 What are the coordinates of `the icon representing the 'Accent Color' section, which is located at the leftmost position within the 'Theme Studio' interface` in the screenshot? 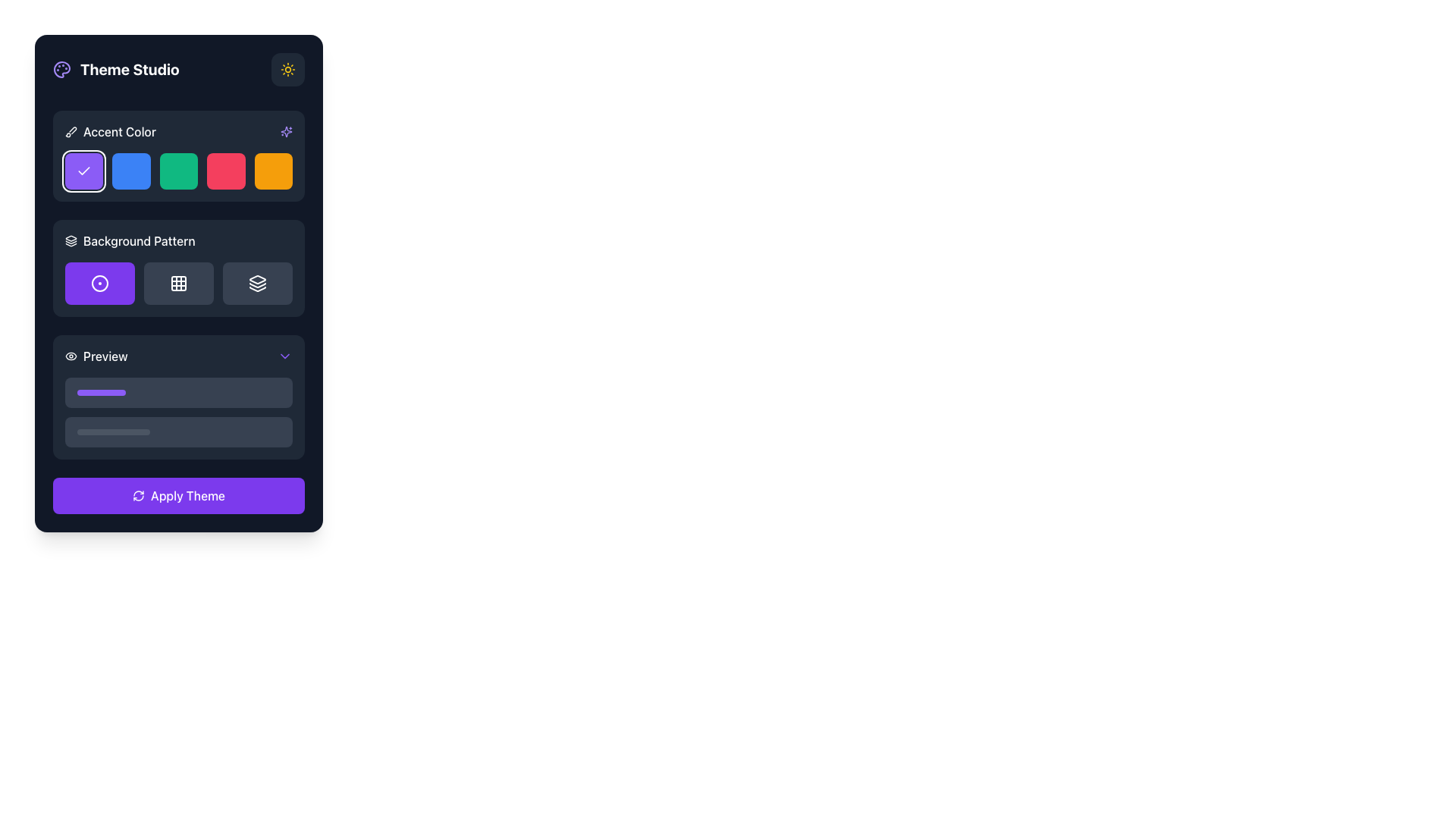 It's located at (71, 130).